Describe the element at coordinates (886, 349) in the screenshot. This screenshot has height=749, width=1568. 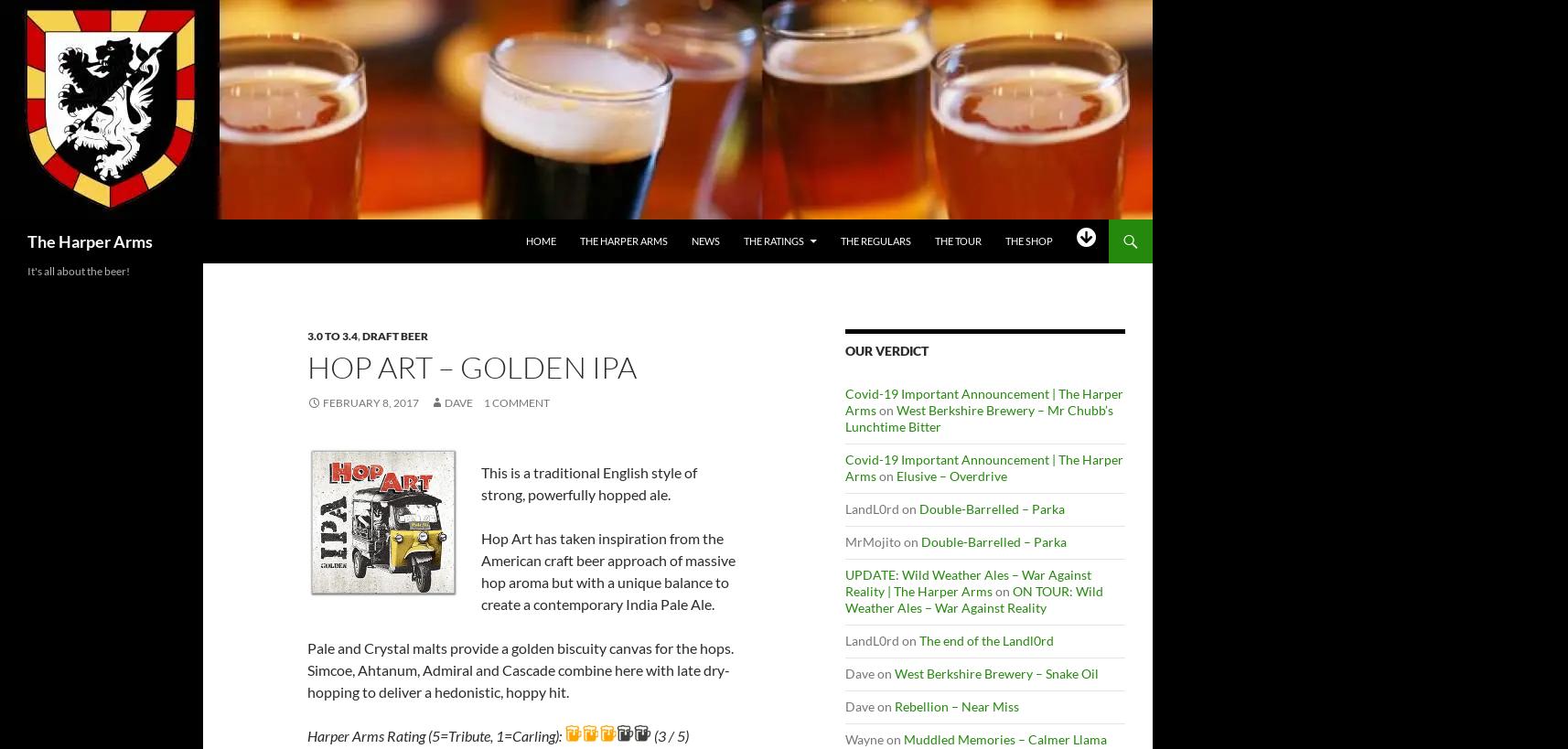
I see `'Our Verdict'` at that location.